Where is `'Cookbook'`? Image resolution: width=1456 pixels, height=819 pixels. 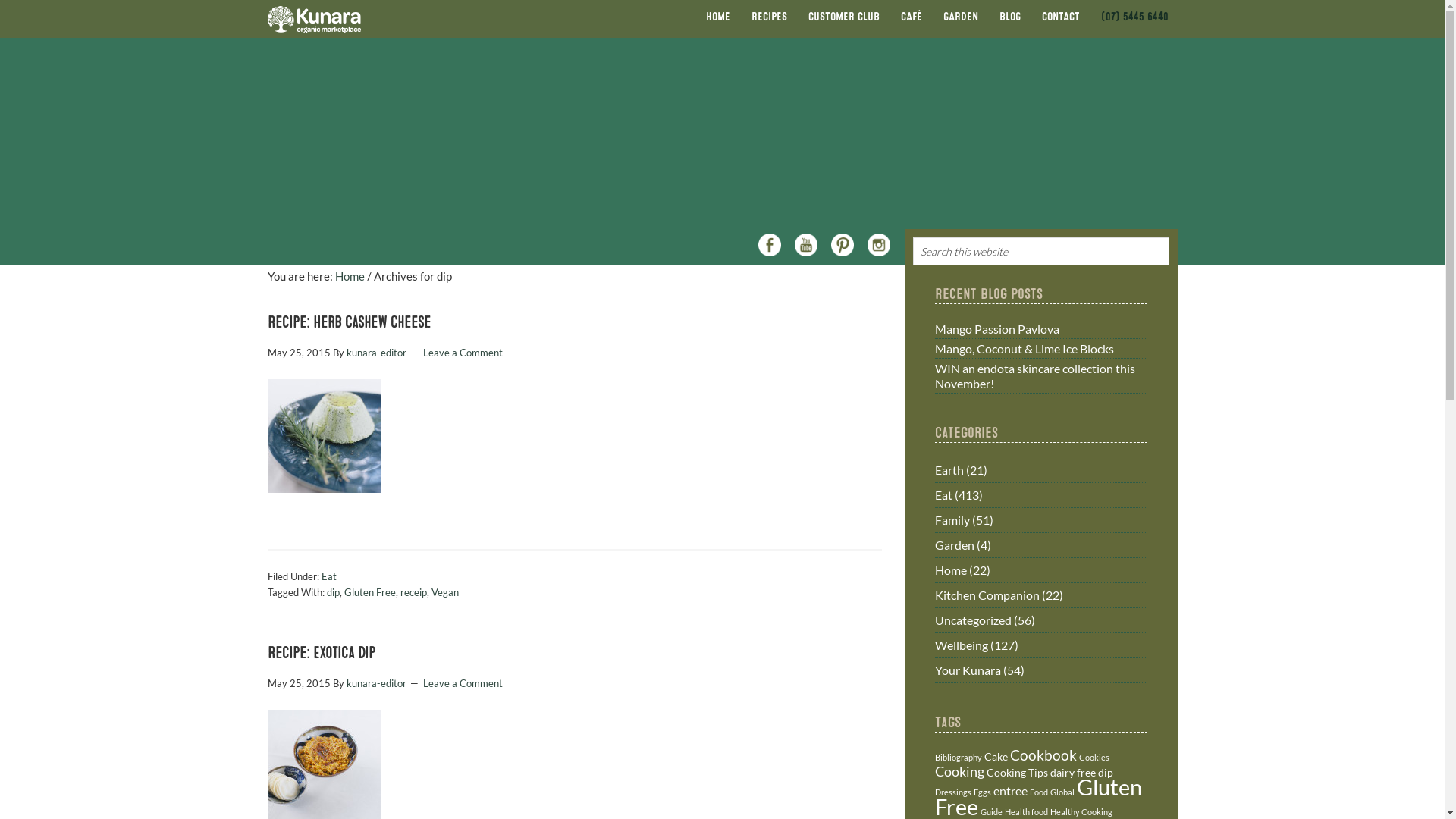 'Cookbook' is located at coordinates (1043, 755).